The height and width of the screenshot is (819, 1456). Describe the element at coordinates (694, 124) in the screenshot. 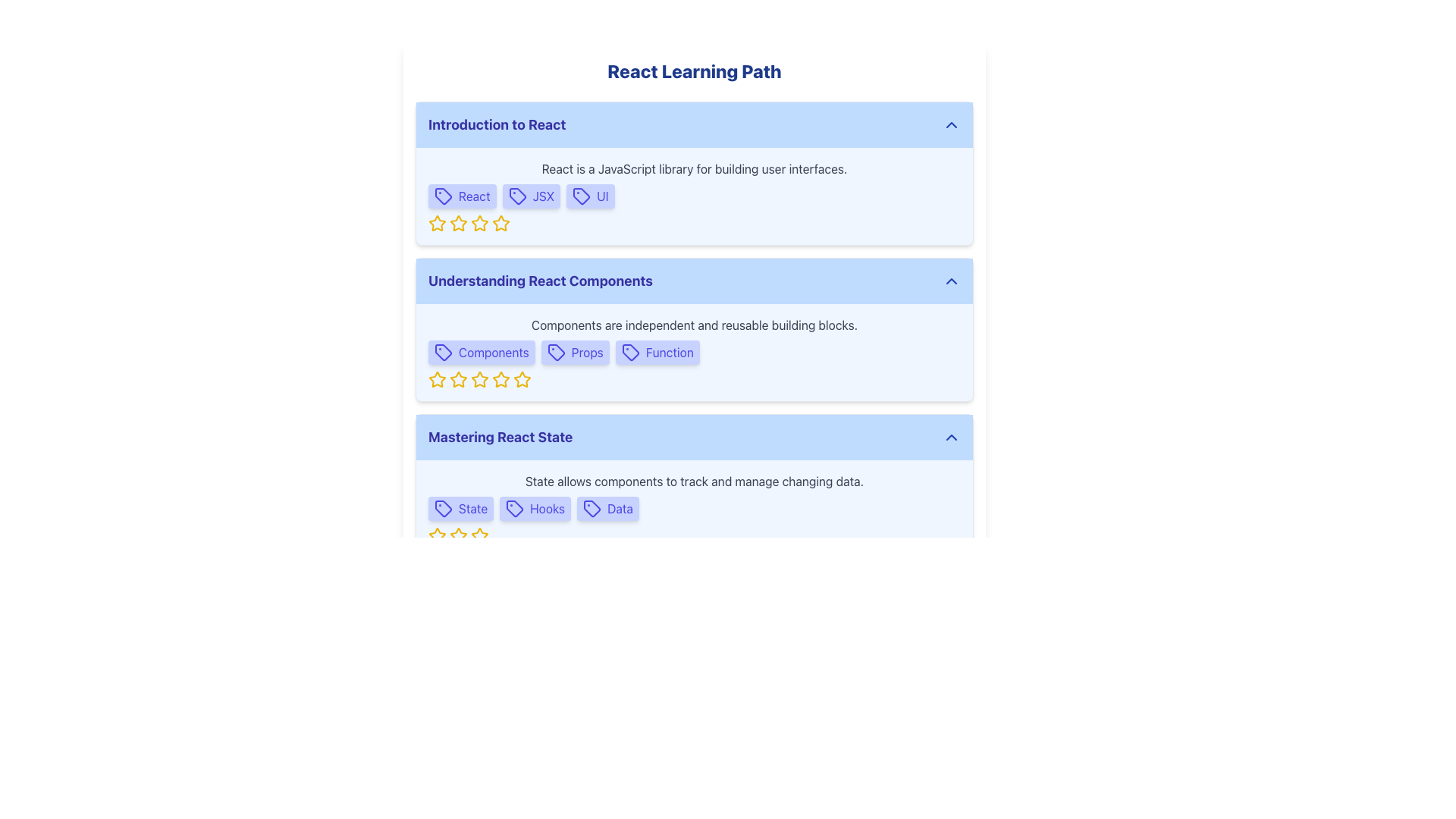

I see `the 'Introduction to React' collapsible header for navigation by moving the cursor over it` at that location.